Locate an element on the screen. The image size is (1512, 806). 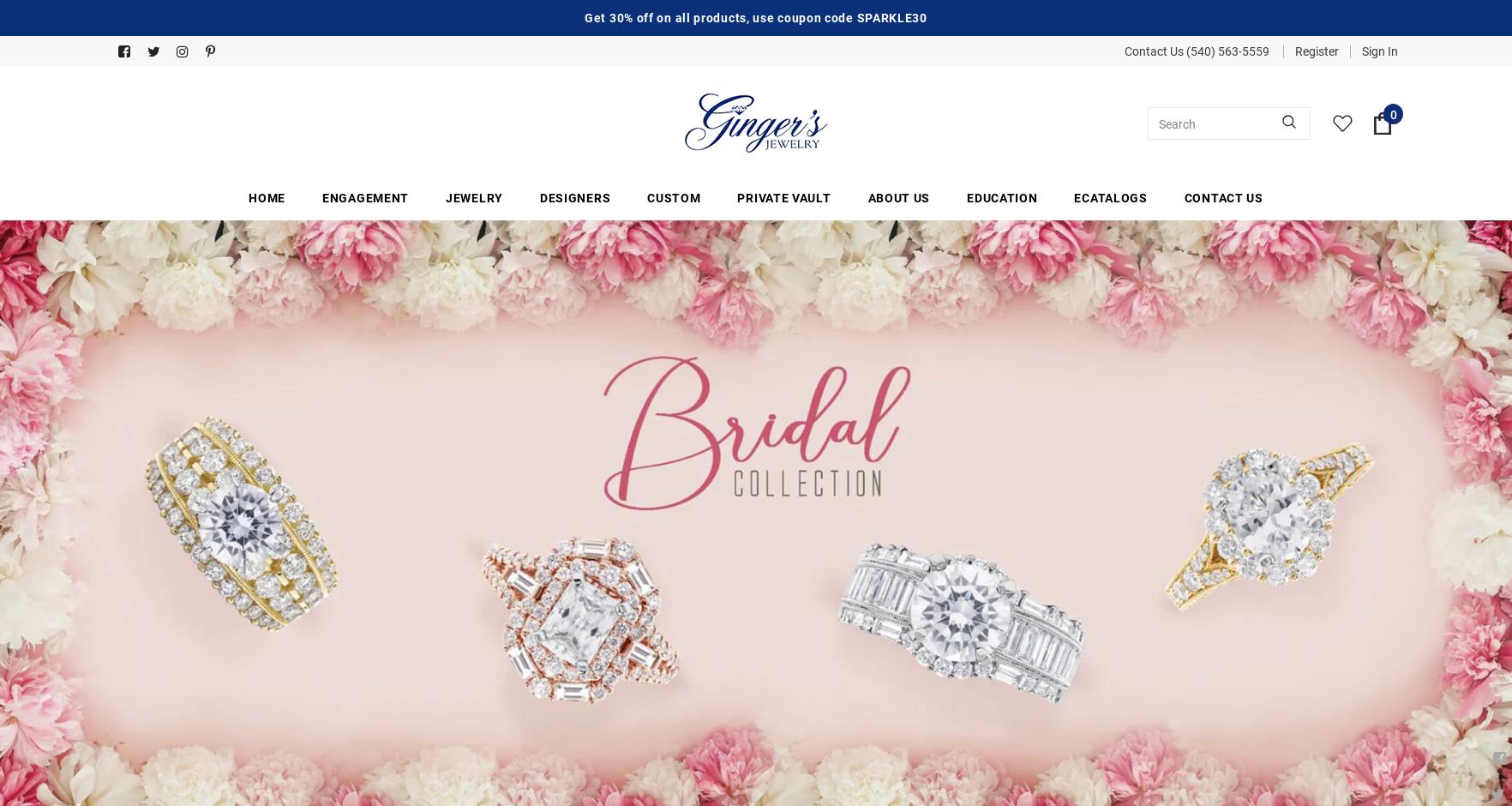
'Engagement' is located at coordinates (365, 196).